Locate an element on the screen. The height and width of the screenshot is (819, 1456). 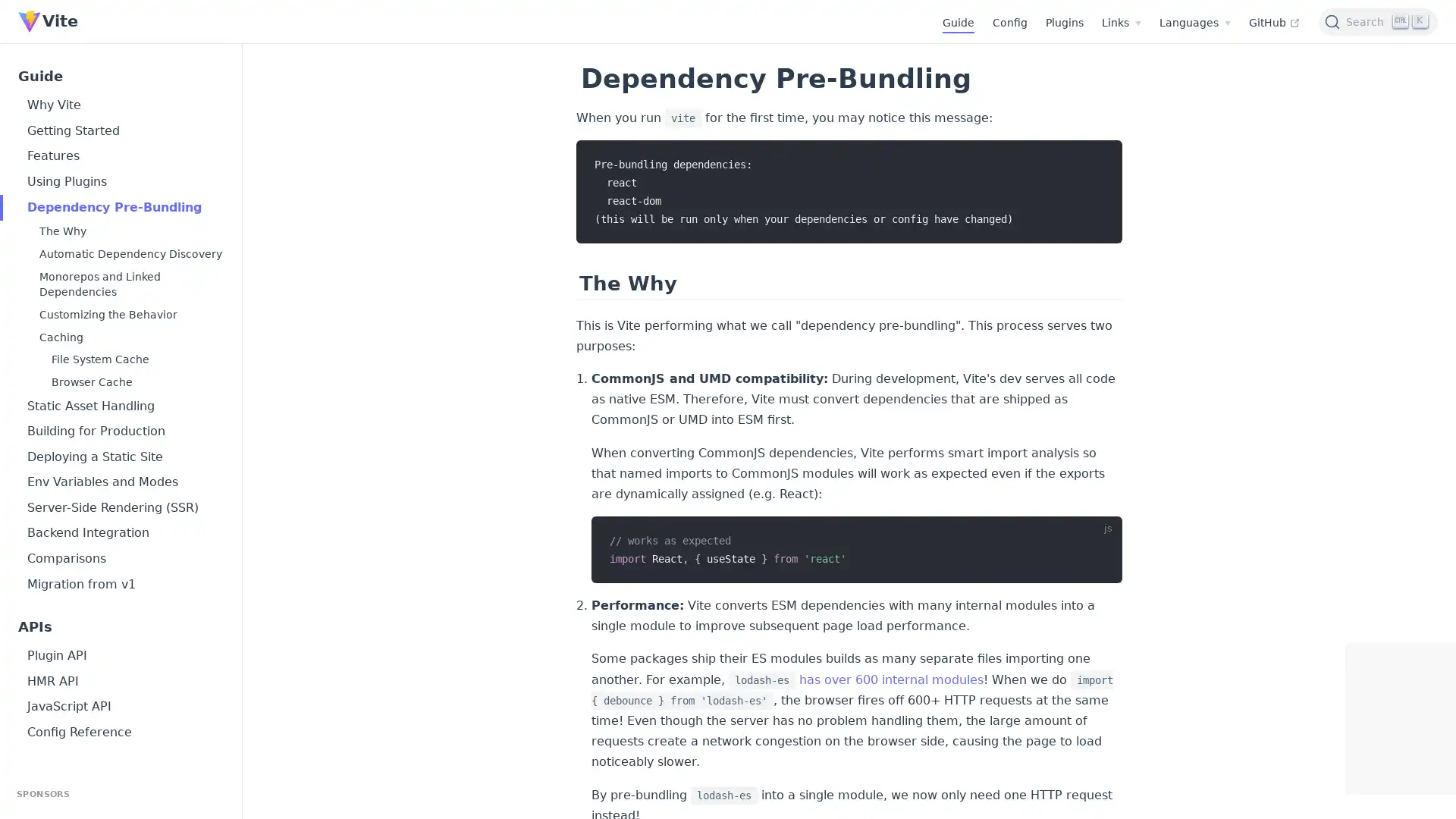
Languages is located at coordinates (1194, 23).